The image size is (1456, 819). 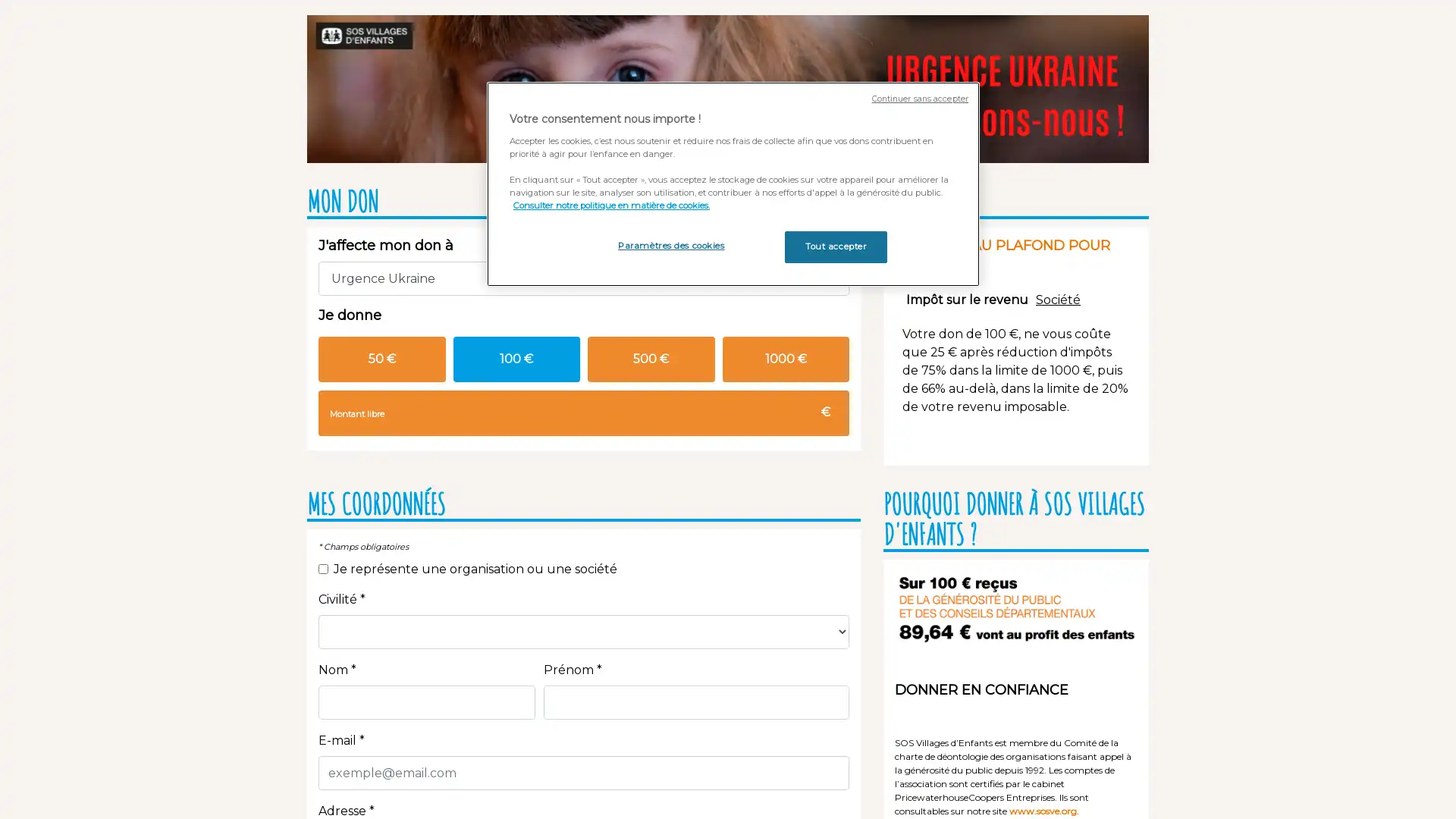 What do you see at coordinates (919, 99) in the screenshot?
I see `Continuer sans accepter` at bounding box center [919, 99].